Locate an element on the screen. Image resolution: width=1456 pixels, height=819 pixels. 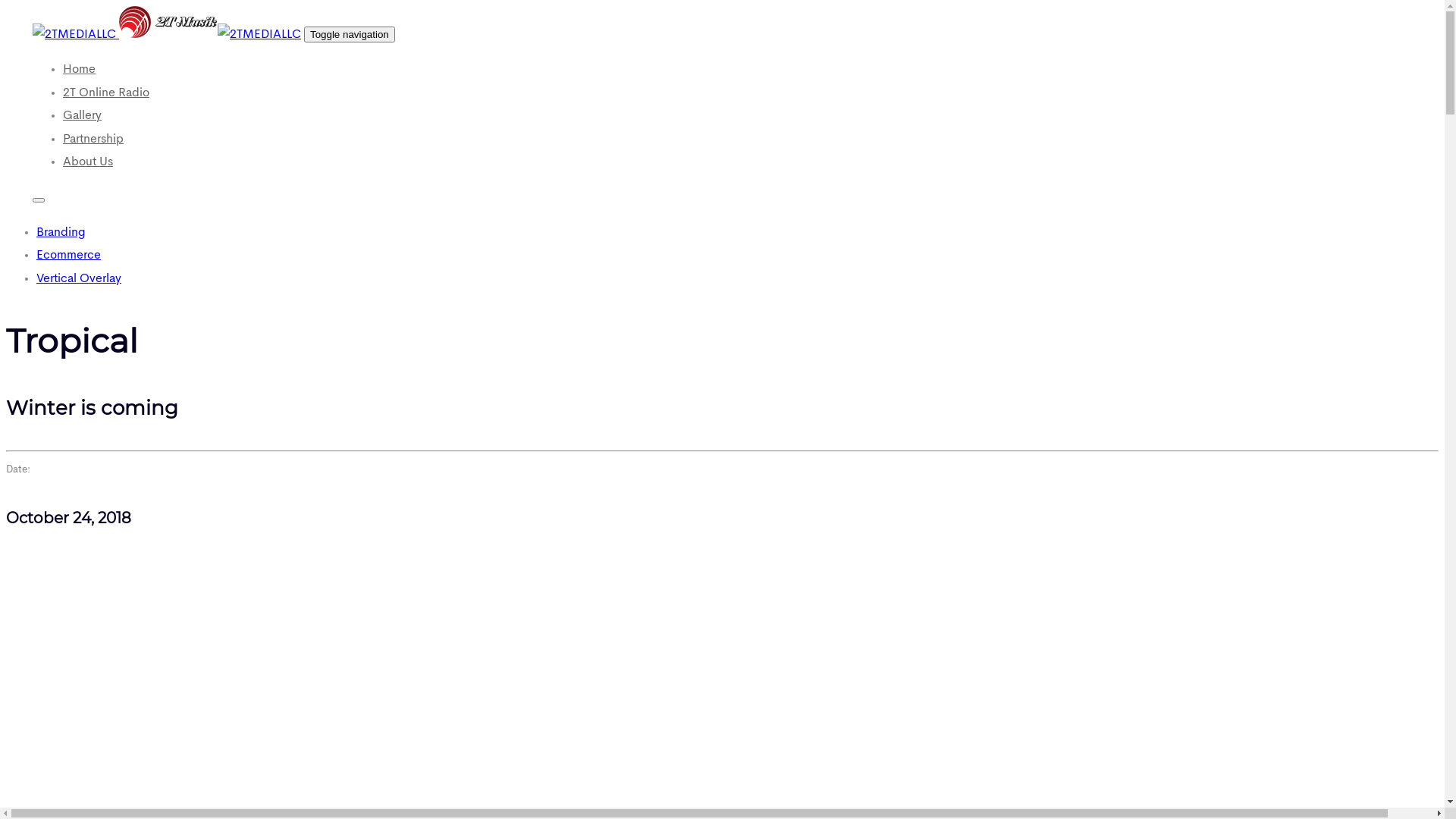
'Vertical Overlay' is located at coordinates (78, 278).